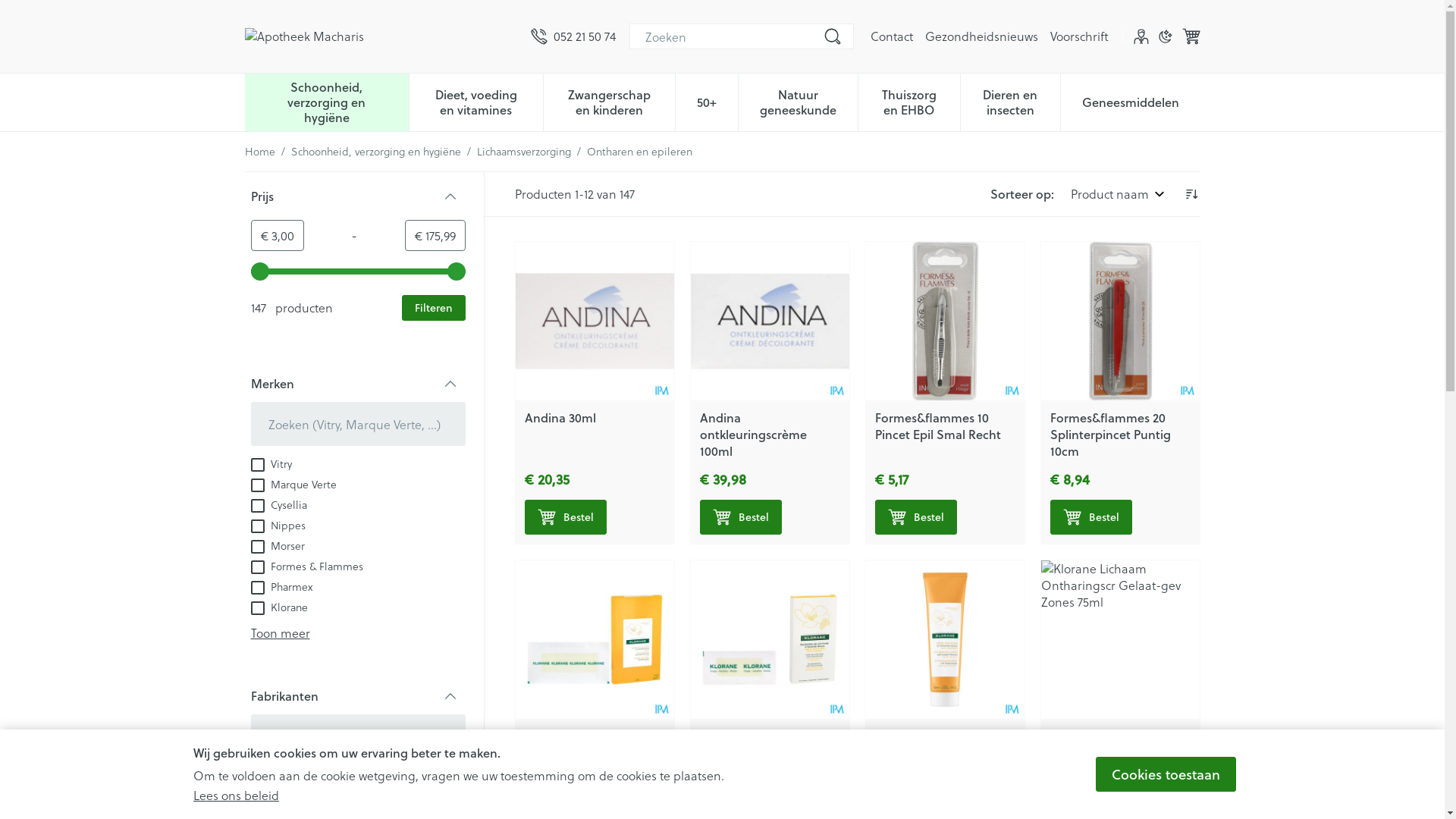 The image size is (1456, 819). Describe the element at coordinates (257, 485) in the screenshot. I see `'on'` at that location.